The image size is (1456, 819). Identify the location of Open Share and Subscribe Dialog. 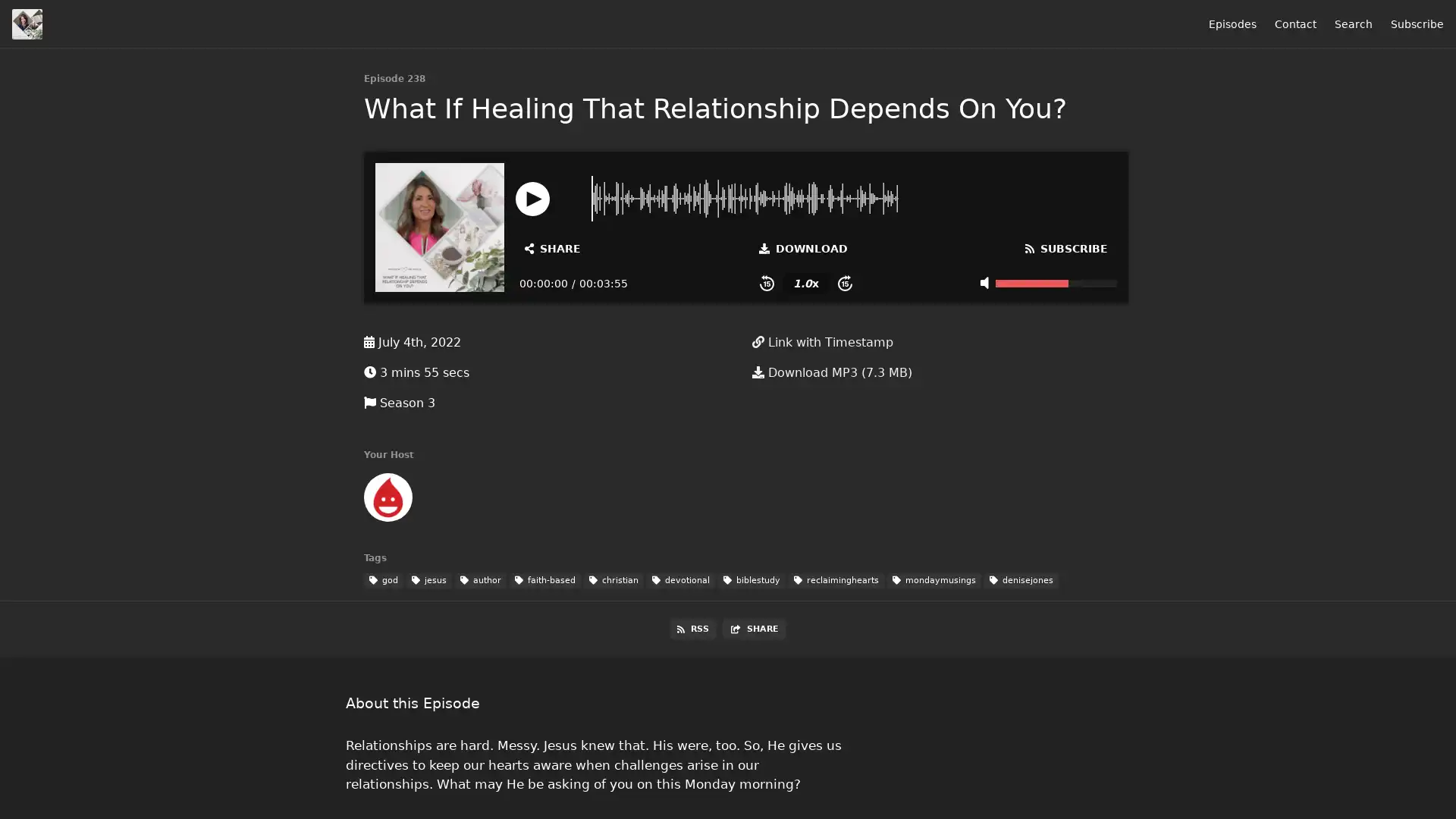
(552, 247).